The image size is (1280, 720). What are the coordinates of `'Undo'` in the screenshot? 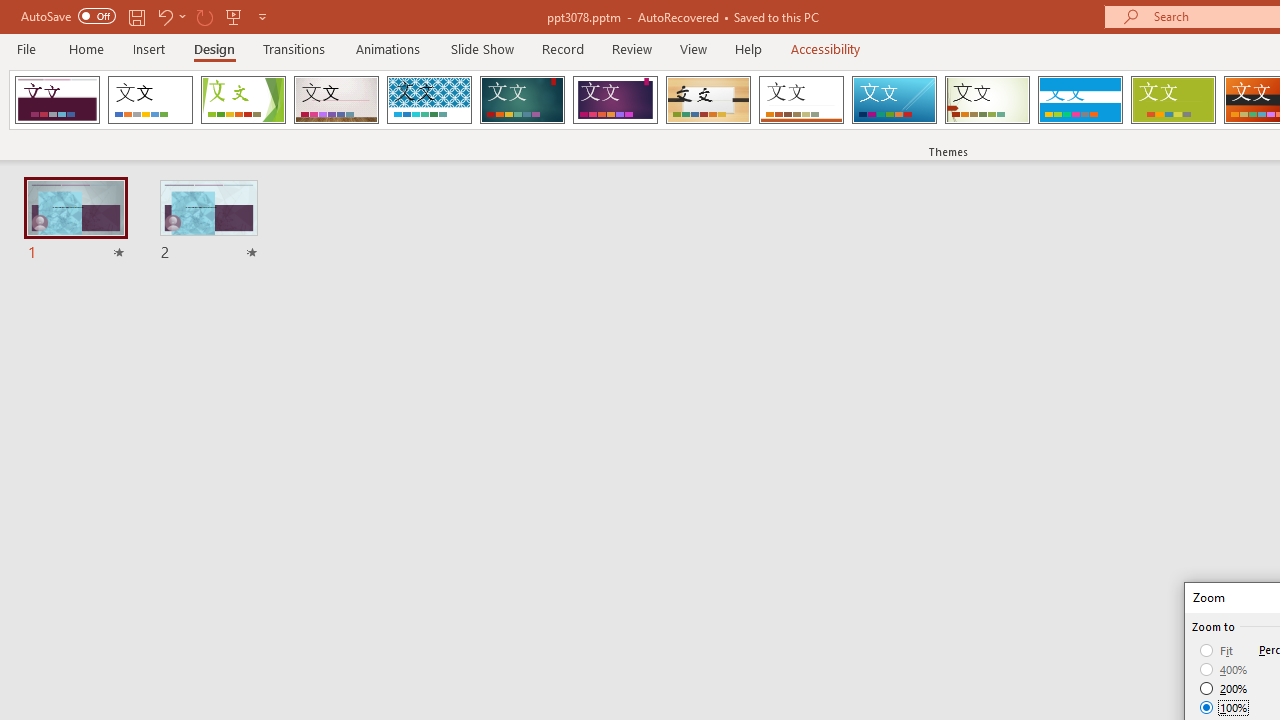 It's located at (170, 16).